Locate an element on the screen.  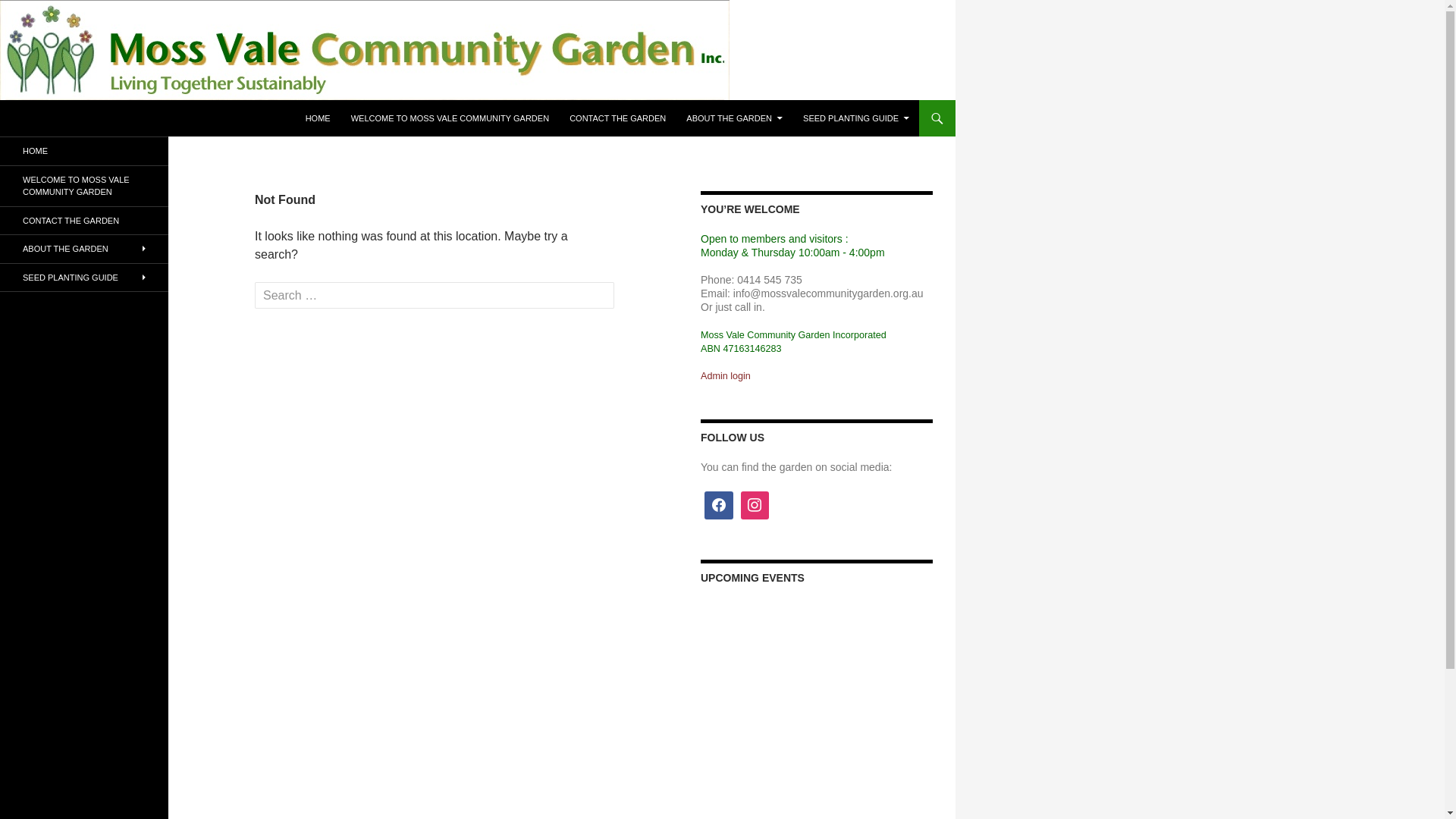
'Facebook' is located at coordinates (718, 506).